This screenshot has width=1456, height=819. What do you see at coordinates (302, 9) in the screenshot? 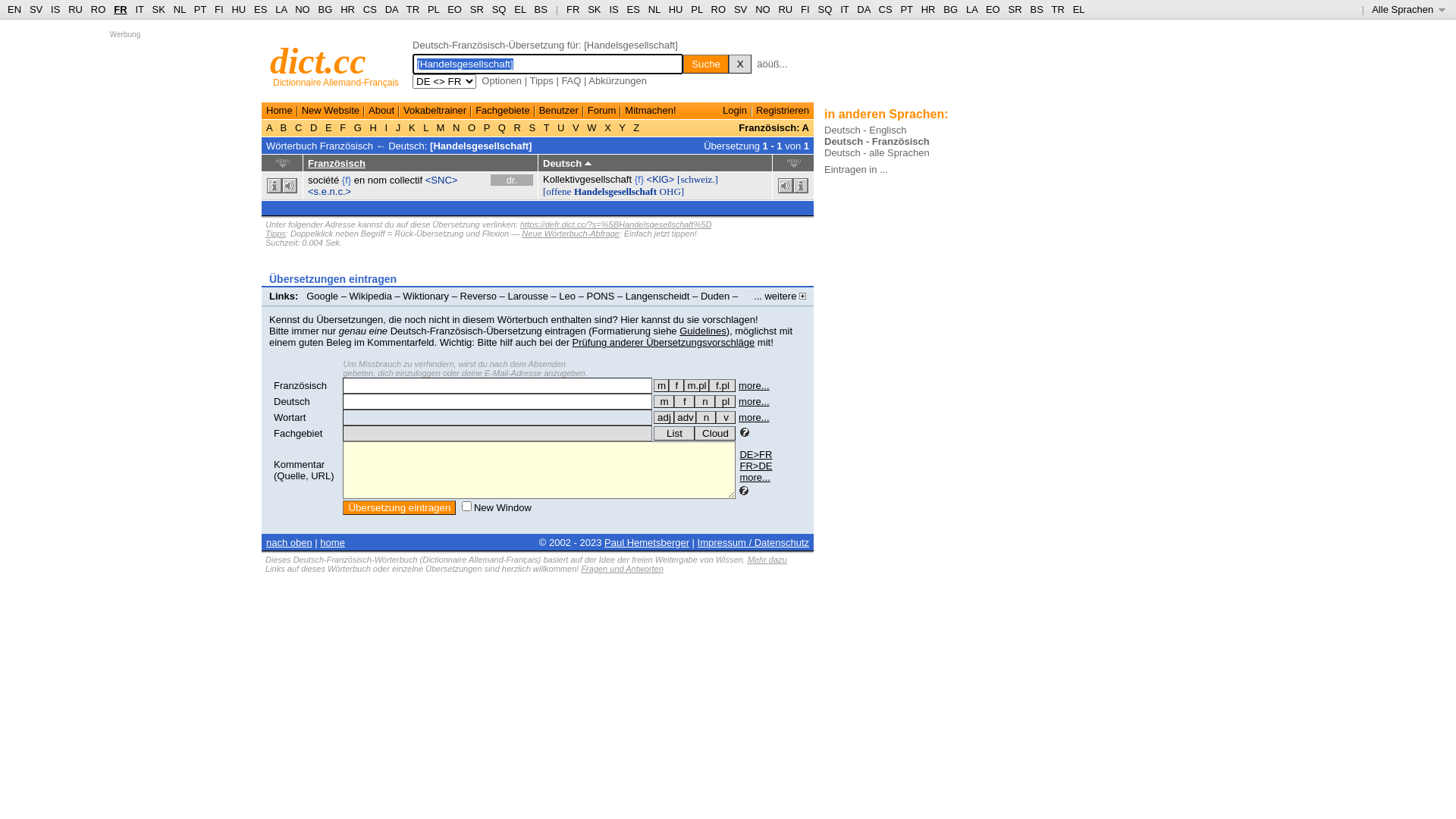
I see `'NO'` at bounding box center [302, 9].